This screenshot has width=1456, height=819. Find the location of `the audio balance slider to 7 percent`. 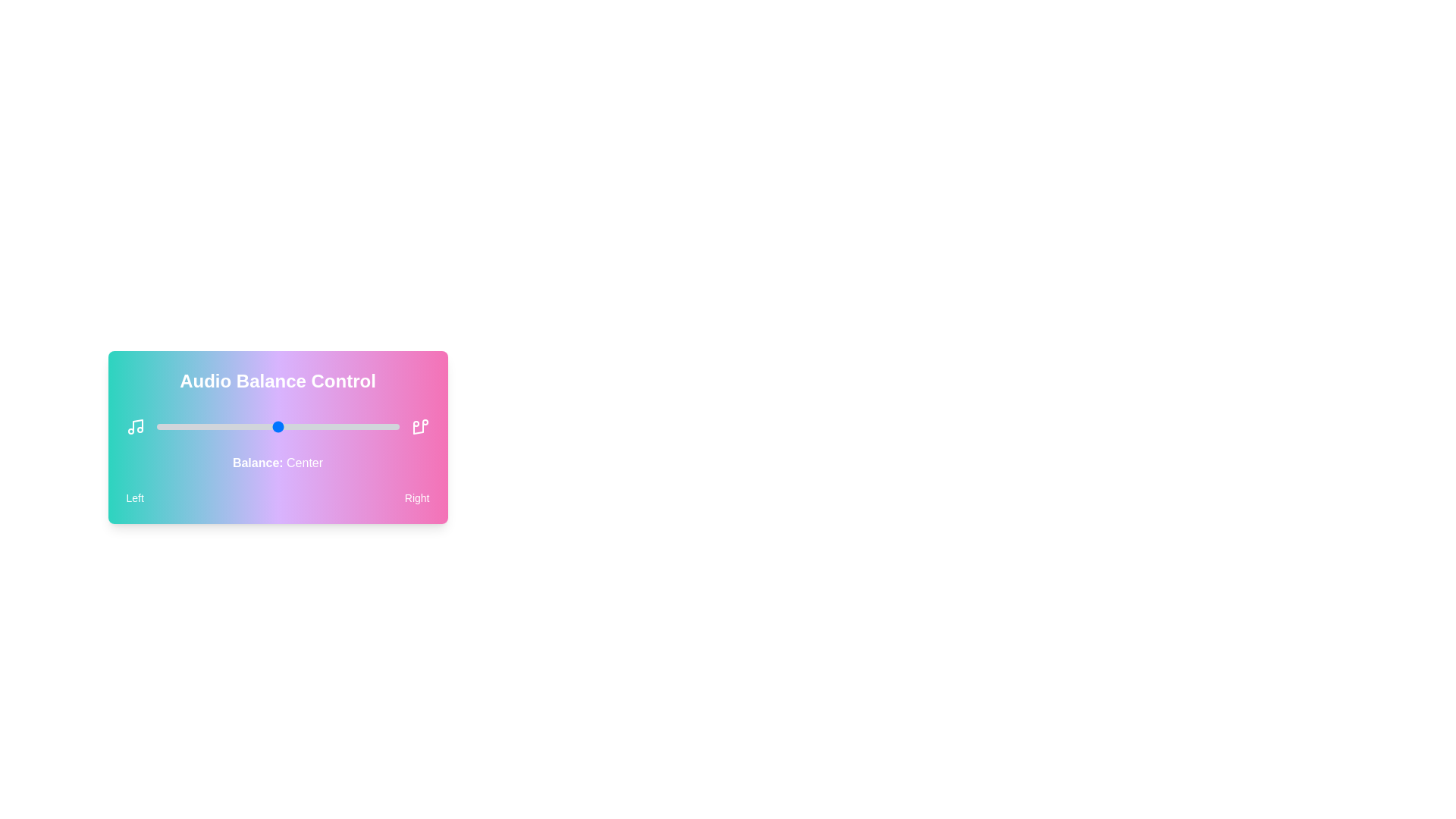

the audio balance slider to 7 percent is located at coordinates (173, 427).